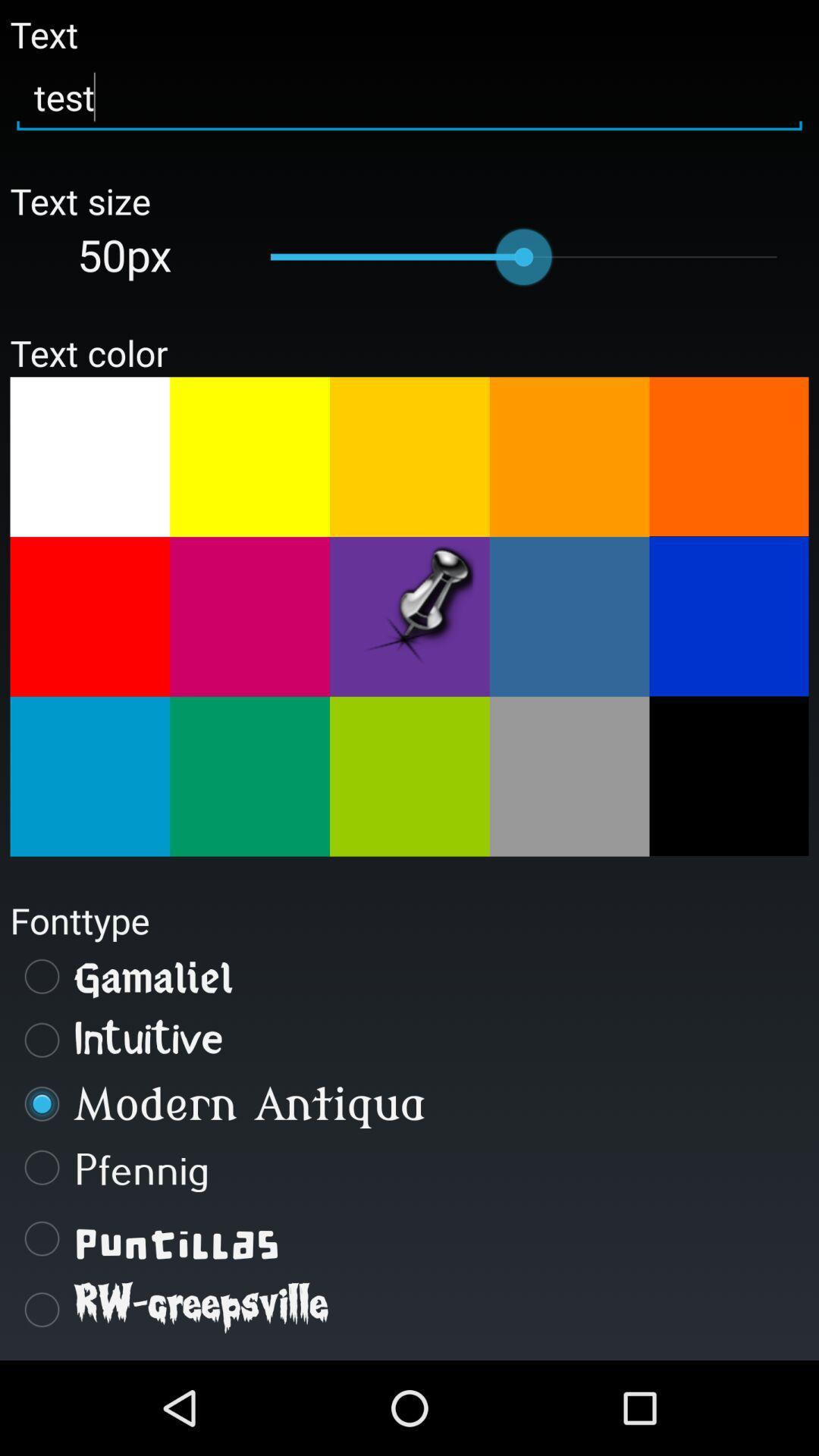 This screenshot has width=819, height=1456. What do you see at coordinates (570, 456) in the screenshot?
I see `pick color` at bounding box center [570, 456].